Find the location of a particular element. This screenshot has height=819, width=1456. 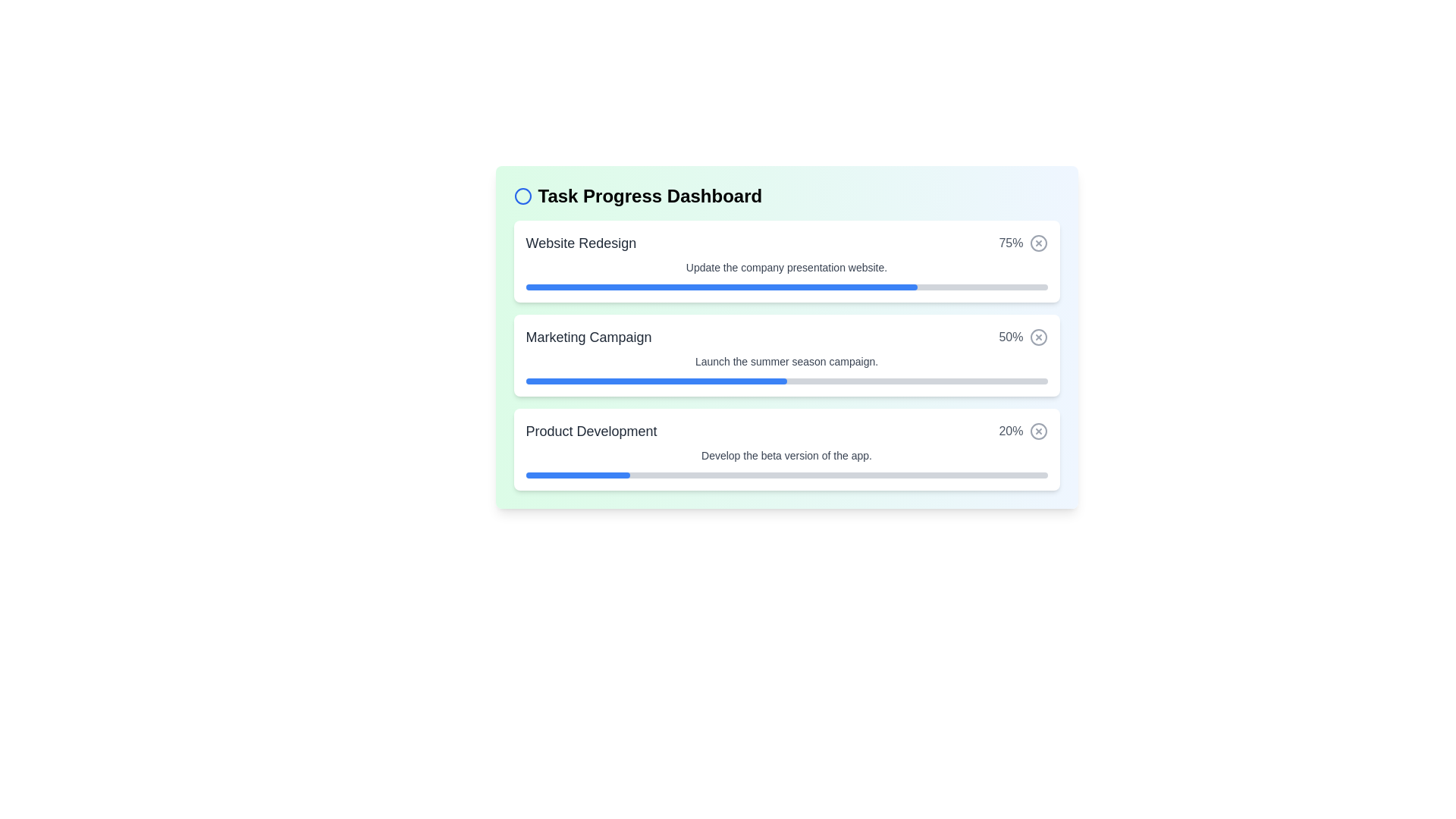

the blue fill portion of the second progress bar labeled 'Marketing Campaign', which visually indicates that the task is 50% complete is located at coordinates (656, 380).